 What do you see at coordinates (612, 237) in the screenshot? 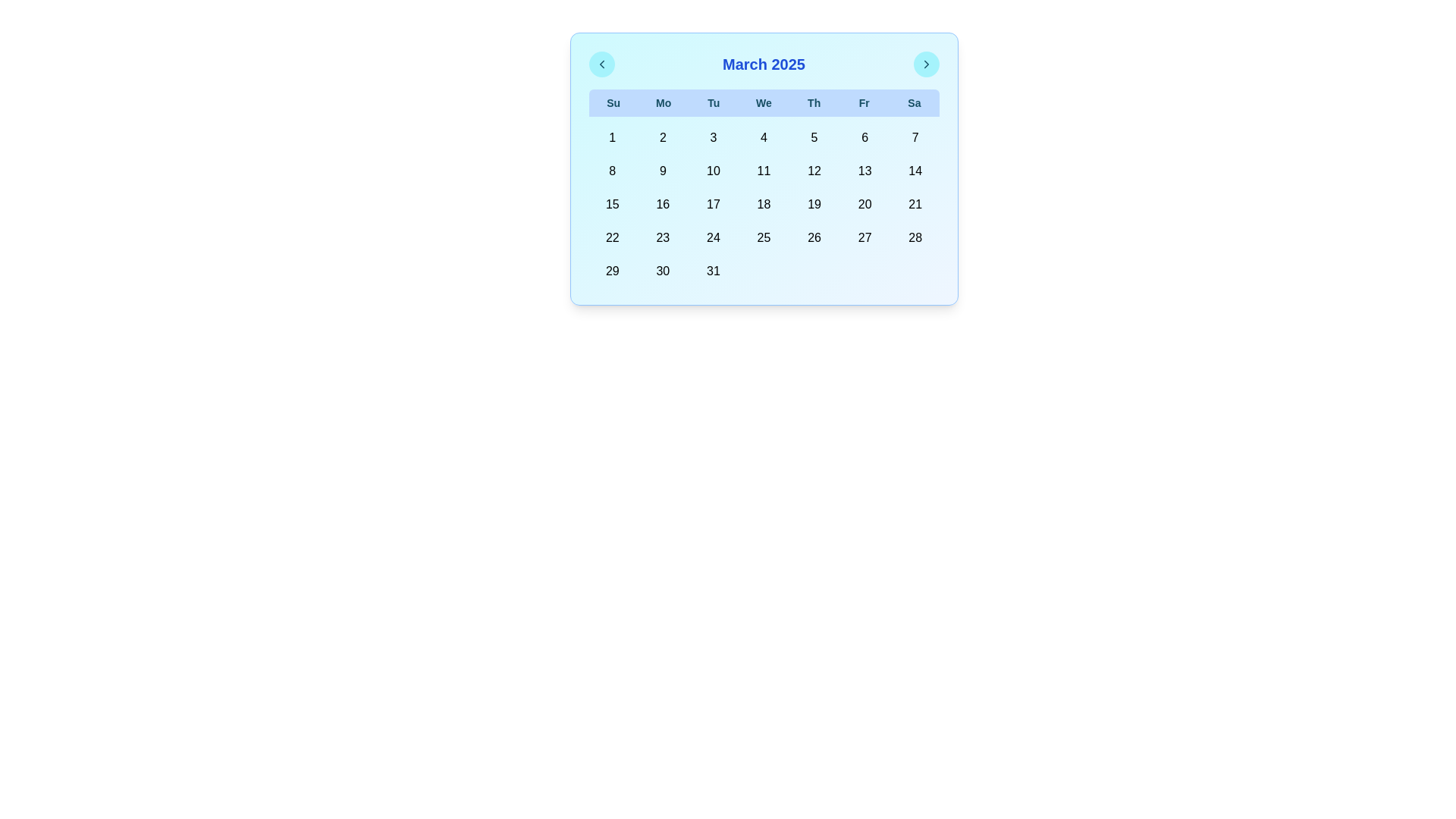
I see `the button representing the 22nd day of March 2025` at bounding box center [612, 237].